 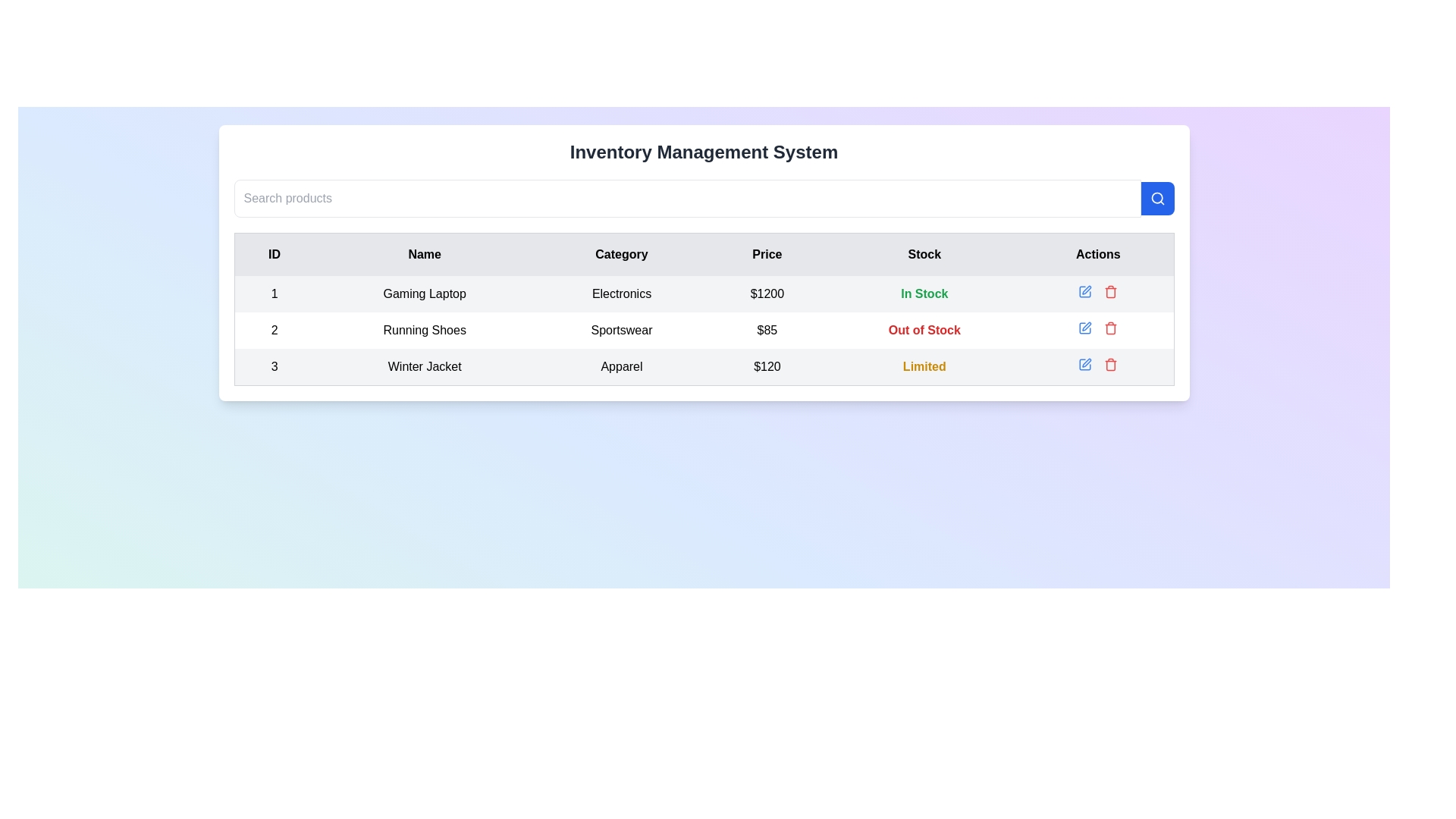 What do you see at coordinates (1156, 198) in the screenshot?
I see `the search button located at the far right of the horizontal input row` at bounding box center [1156, 198].